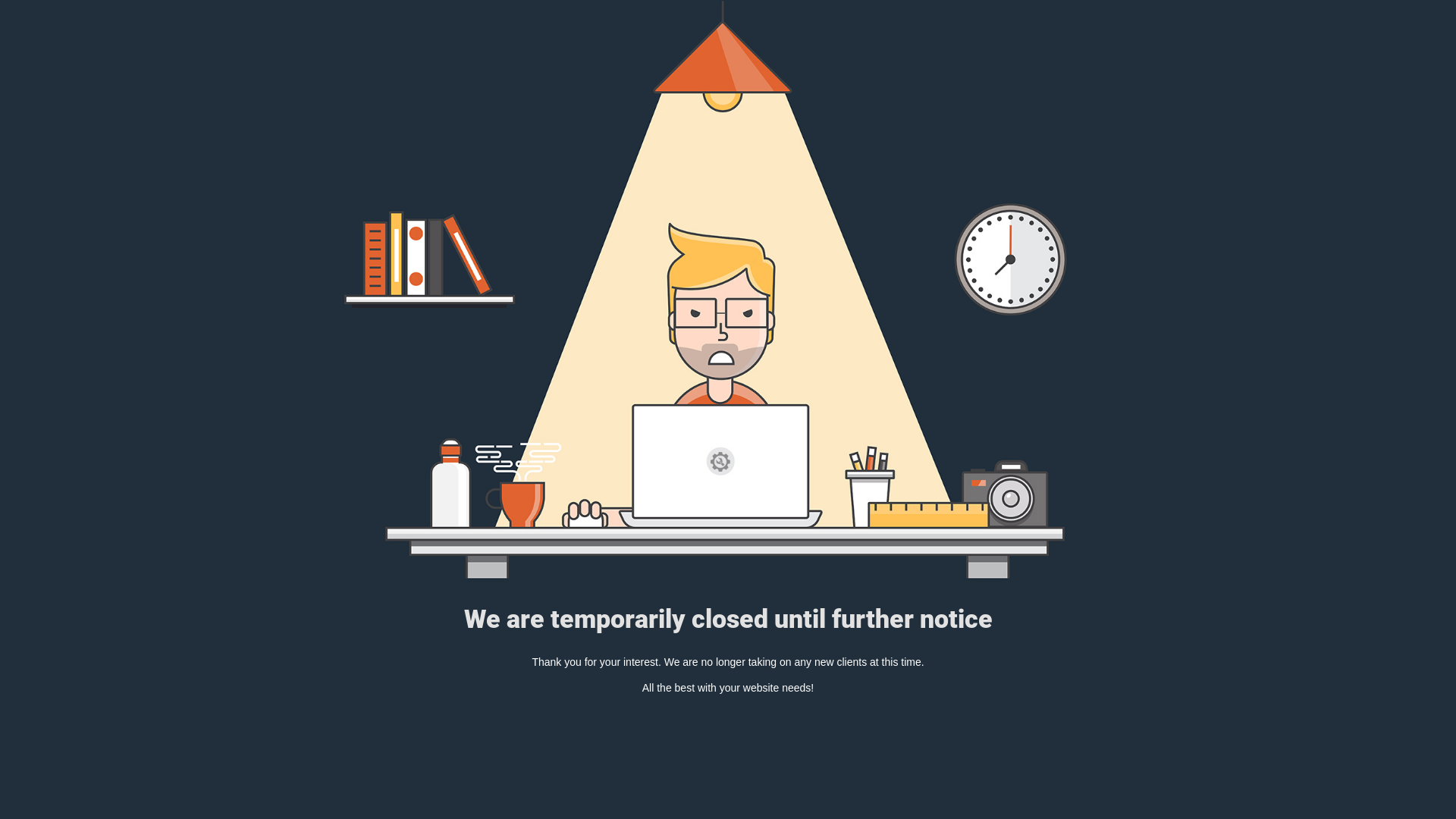 The height and width of the screenshot is (819, 1456). What do you see at coordinates (728, 291) in the screenshot?
I see `'Mad Designer at work in the dark'` at bounding box center [728, 291].